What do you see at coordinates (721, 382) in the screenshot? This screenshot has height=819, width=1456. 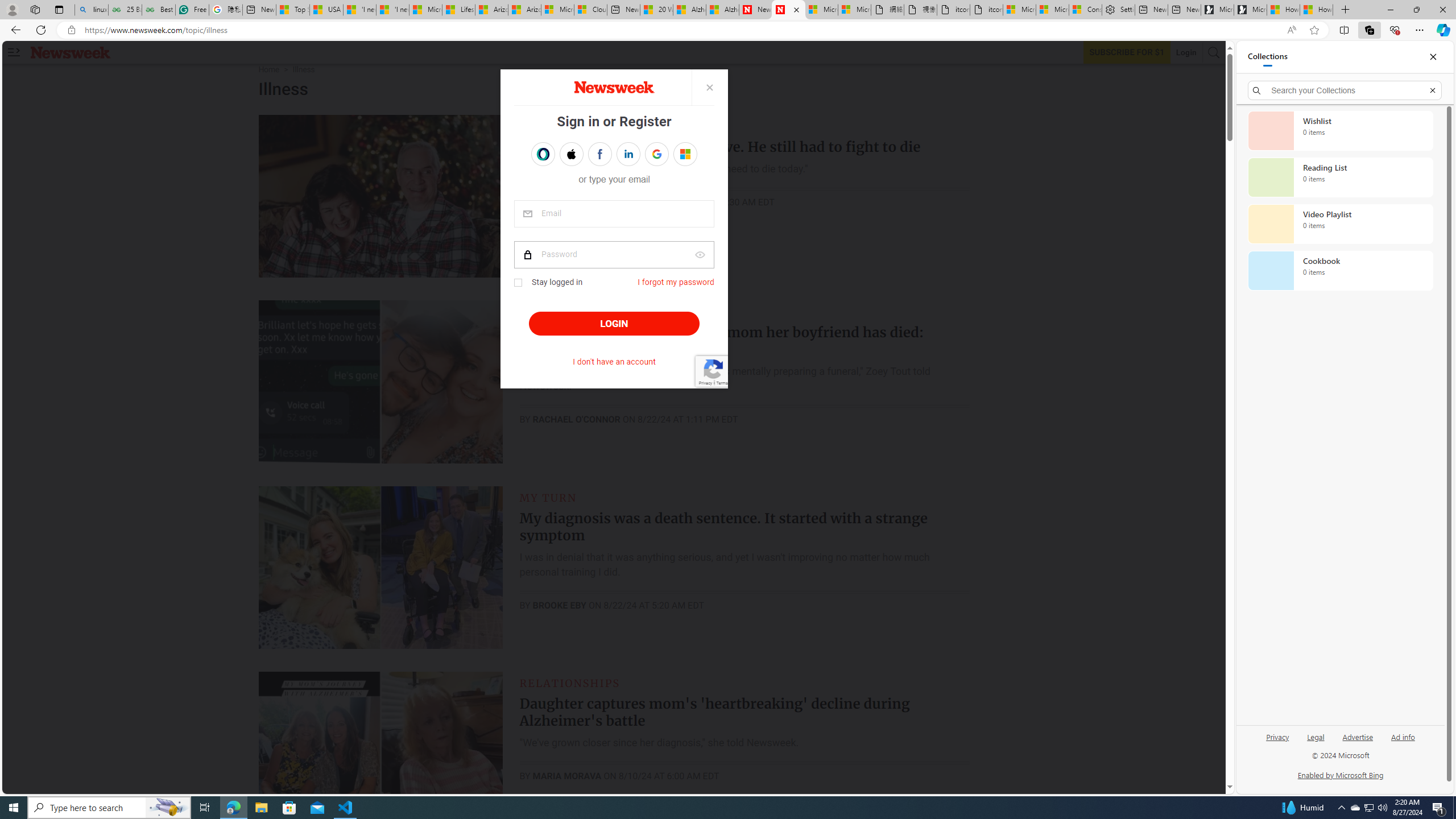 I see `'Terms'` at bounding box center [721, 382].